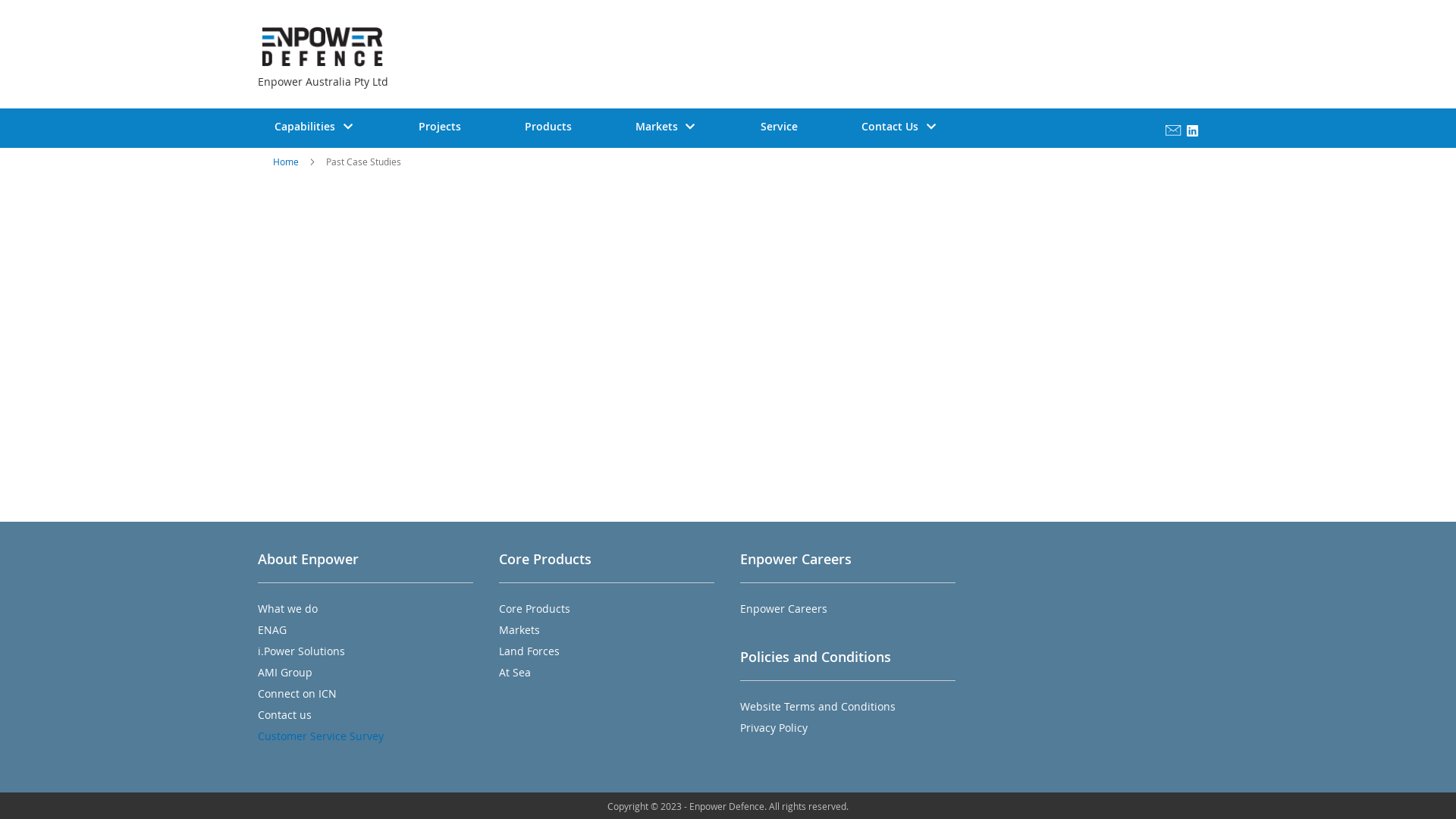 This screenshot has height=819, width=1456. What do you see at coordinates (258, 693) in the screenshot?
I see `'Connect on ICN'` at bounding box center [258, 693].